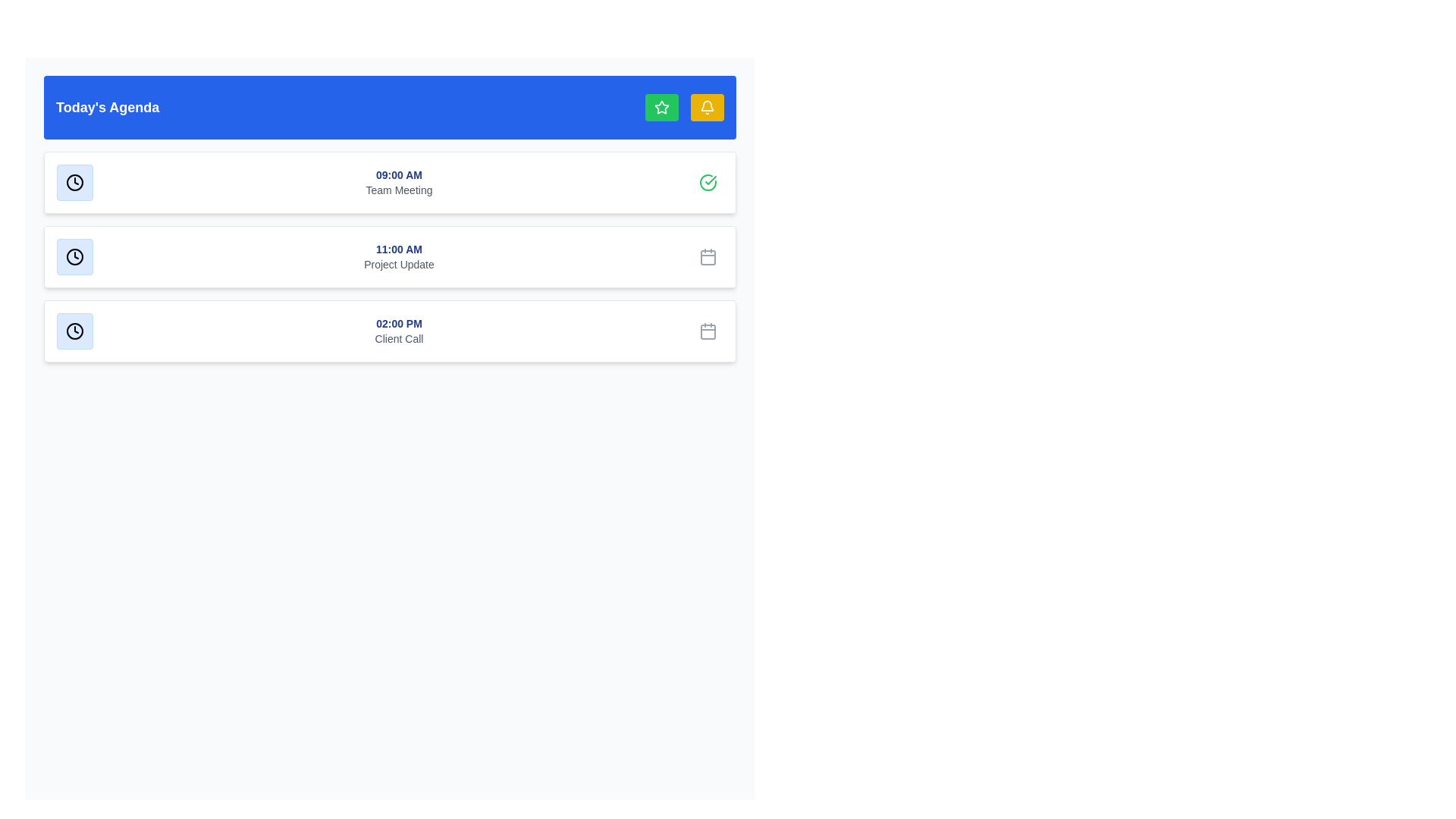 Image resolution: width=1456 pixels, height=819 pixels. Describe the element at coordinates (708, 331) in the screenshot. I see `the calendar icon located at the bottom-right corner of the 'Client Call' row within the agenda layout` at that location.